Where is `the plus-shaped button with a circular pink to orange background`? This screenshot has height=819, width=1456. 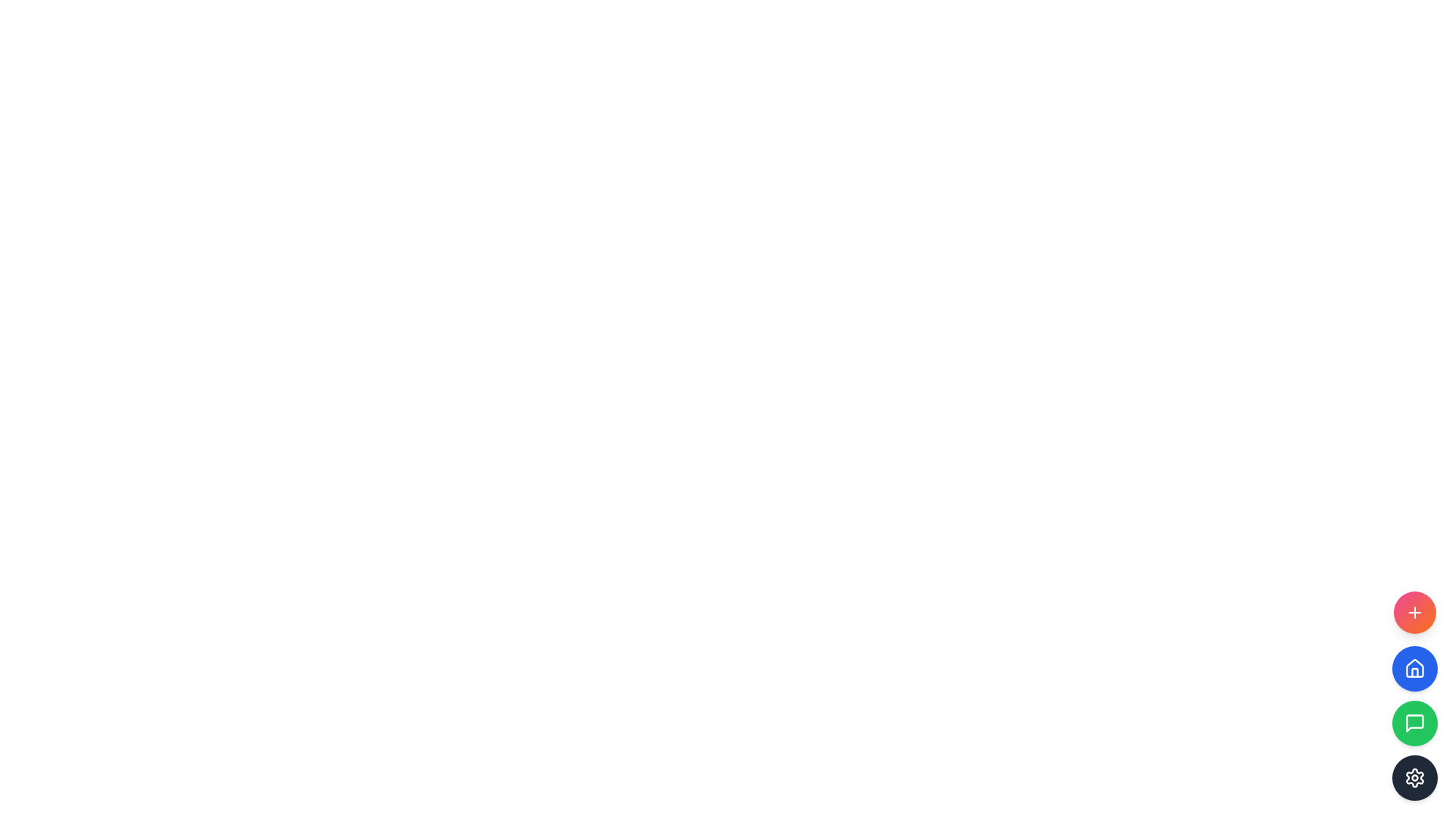 the plus-shaped button with a circular pink to orange background is located at coordinates (1414, 611).